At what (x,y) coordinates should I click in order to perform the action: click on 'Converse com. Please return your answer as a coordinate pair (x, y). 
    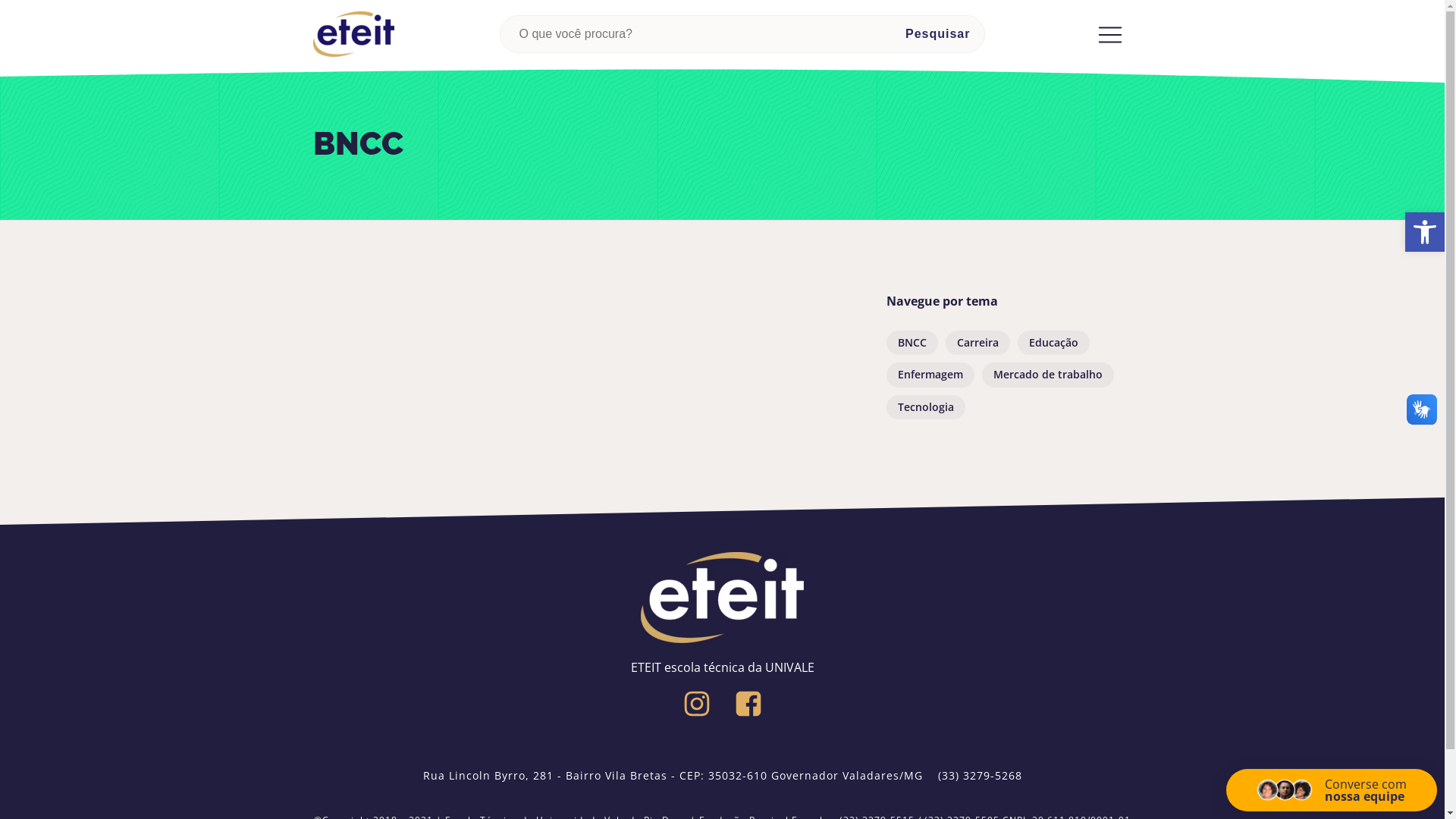
    Looking at the image, I should click on (1331, 789).